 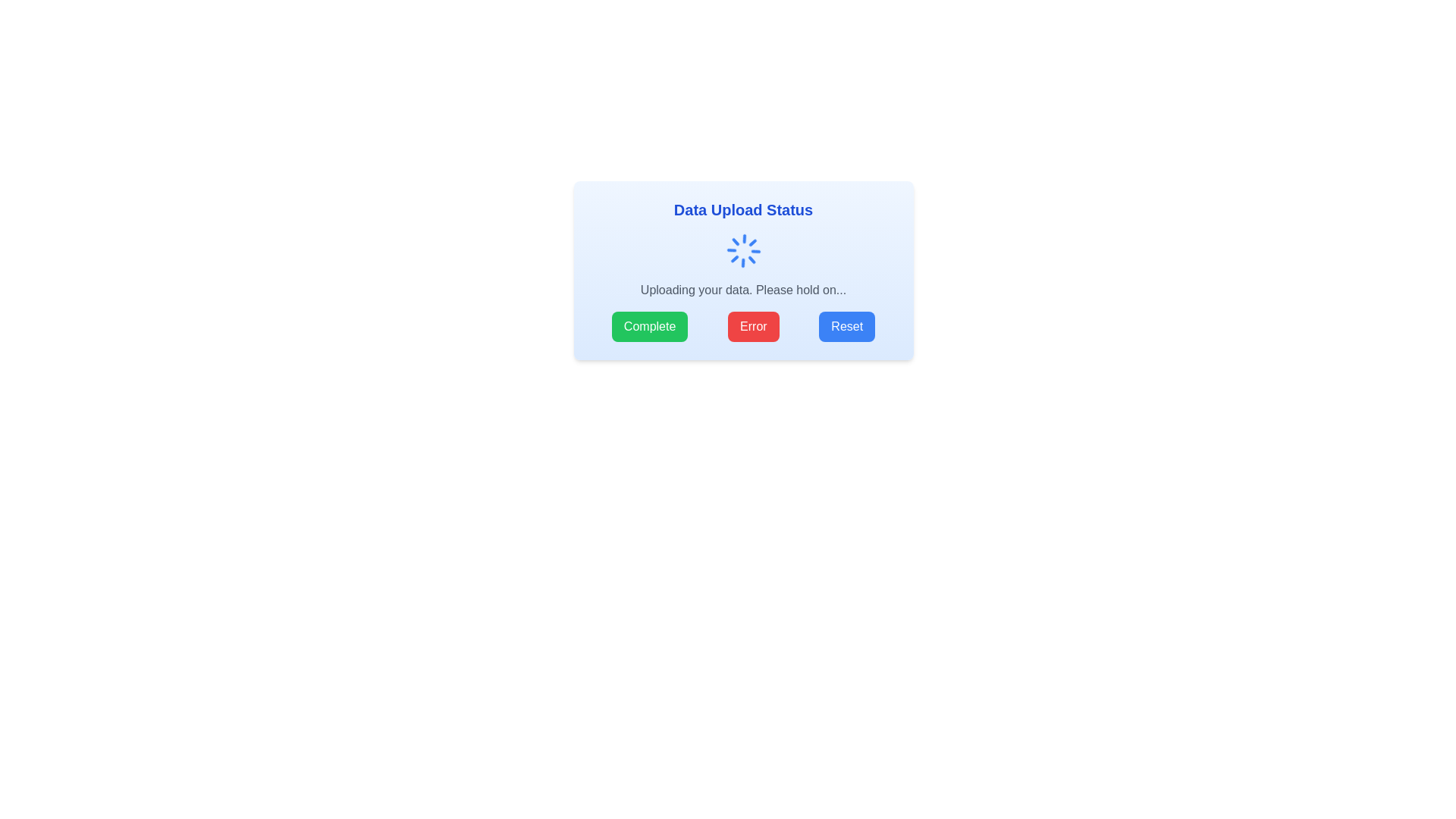 What do you see at coordinates (743, 290) in the screenshot?
I see `the text component displaying the message 'Uploading your data. Please hold on…' which is located within the 'Data Upload Status' box, positioned below a spinning loader and above the buttons 'Complete', 'Error', and 'Reset'` at bounding box center [743, 290].